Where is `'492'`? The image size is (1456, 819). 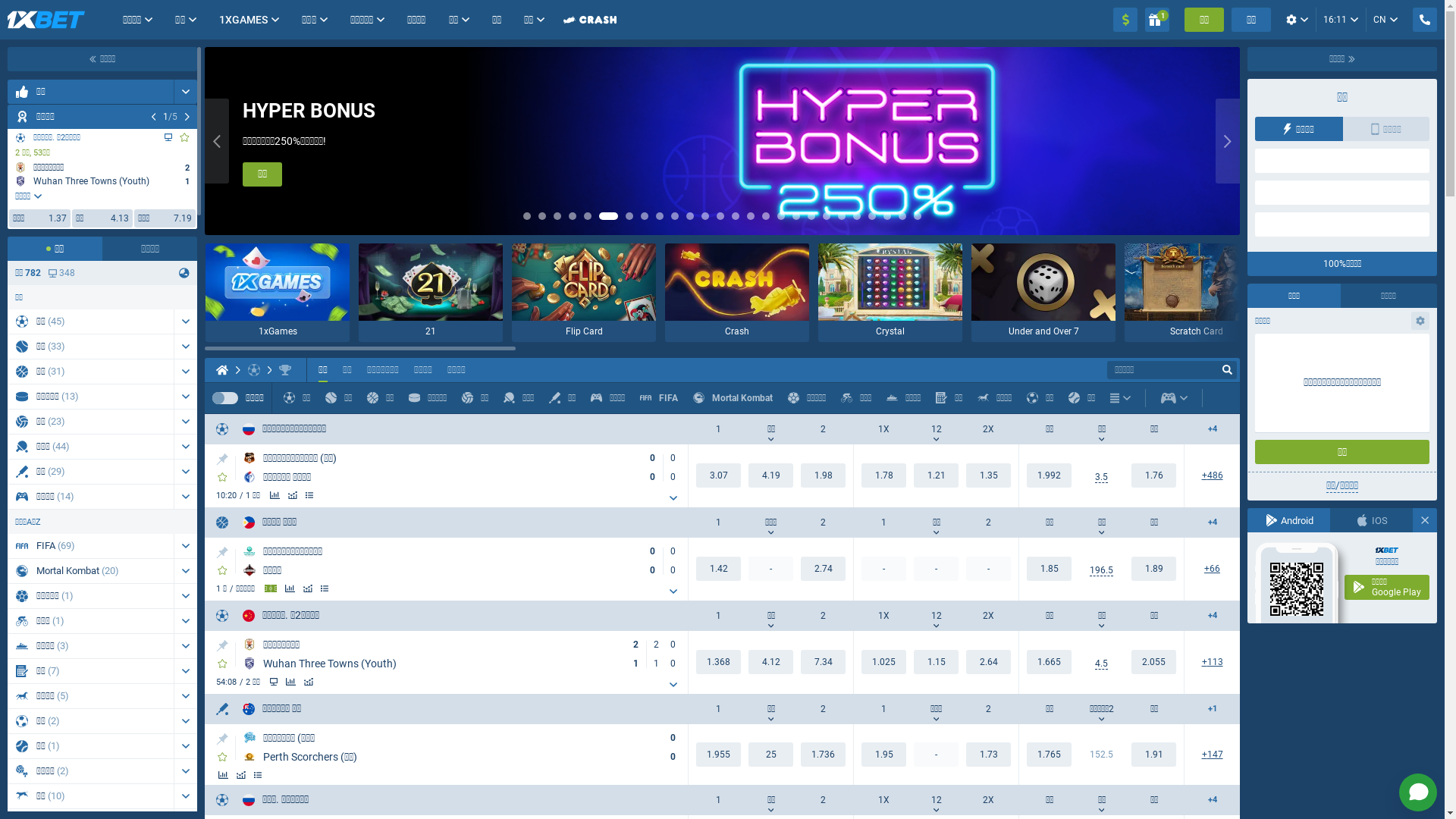
'492' is located at coordinates (1183, 475).